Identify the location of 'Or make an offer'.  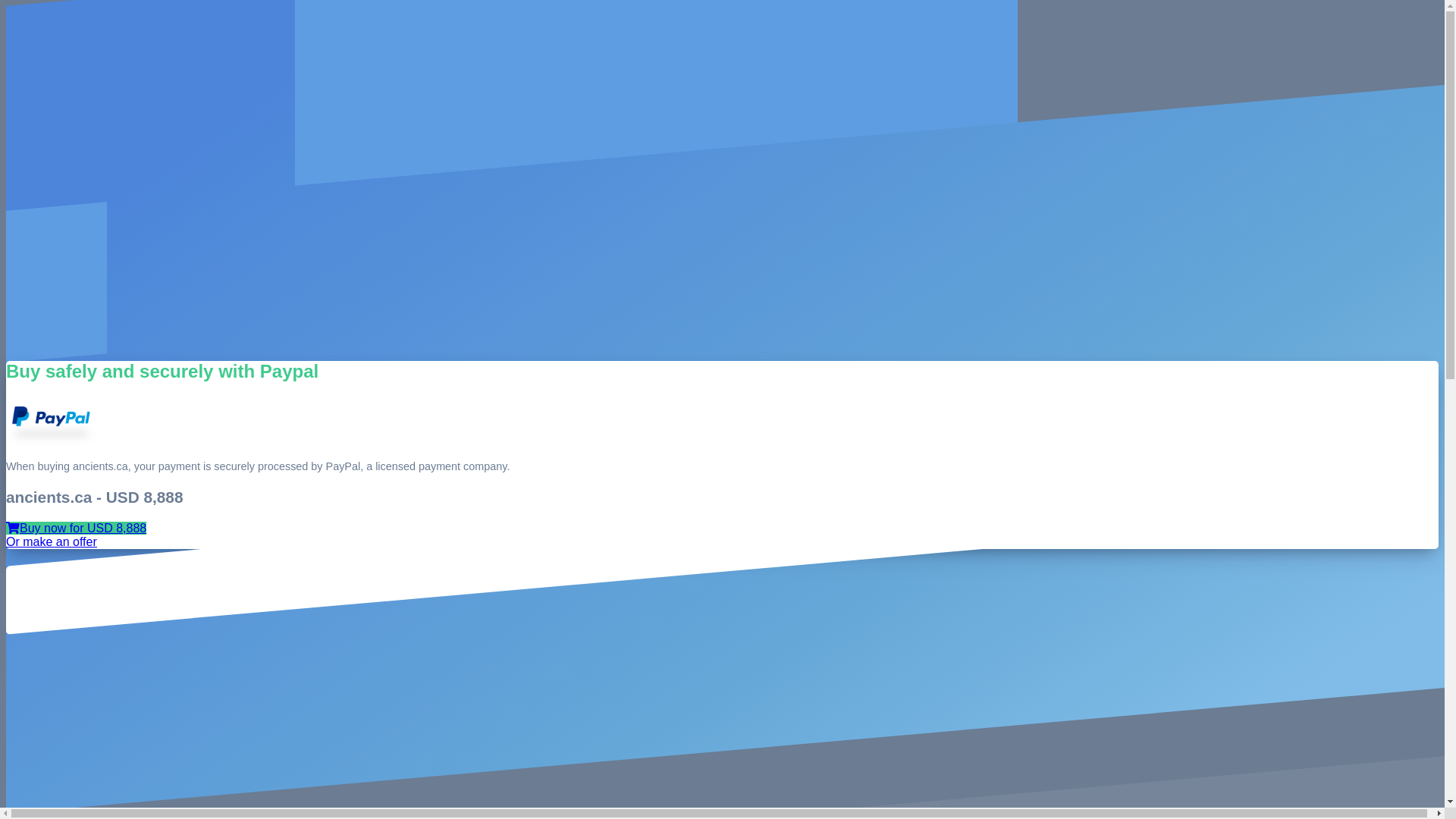
(51, 541).